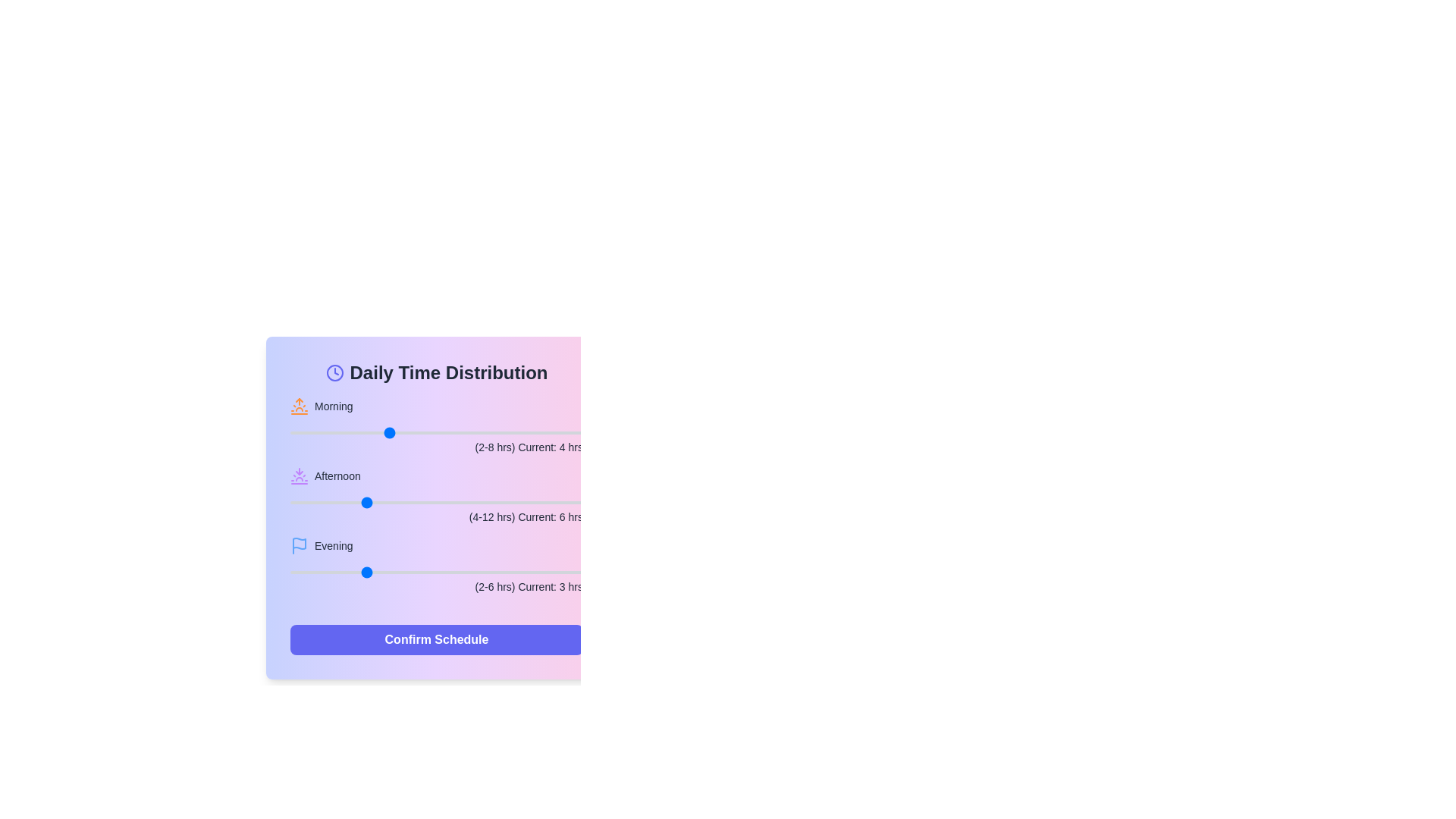 The image size is (1456, 819). I want to click on the time icon located on the left side of the 'Daily Time Distribution' header, so click(334, 373).